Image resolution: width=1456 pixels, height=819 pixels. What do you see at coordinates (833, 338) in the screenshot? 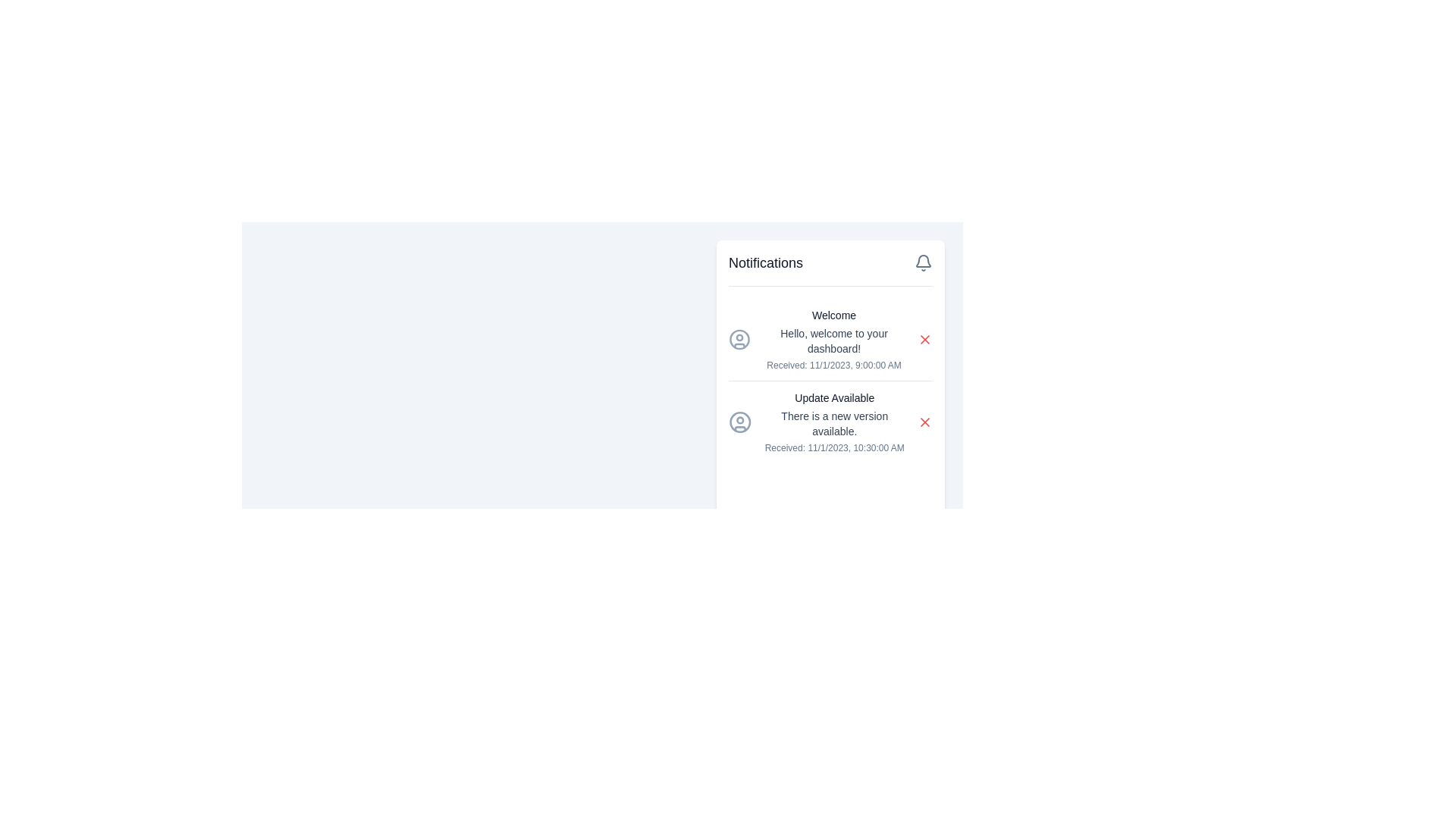
I see `the text group notification that includes the heading 'Welcome', the message 'Hello, welcome to your dashboard!', and the timestamp 'Received: 11/1/2023, 9:00:00 AM'` at bounding box center [833, 338].